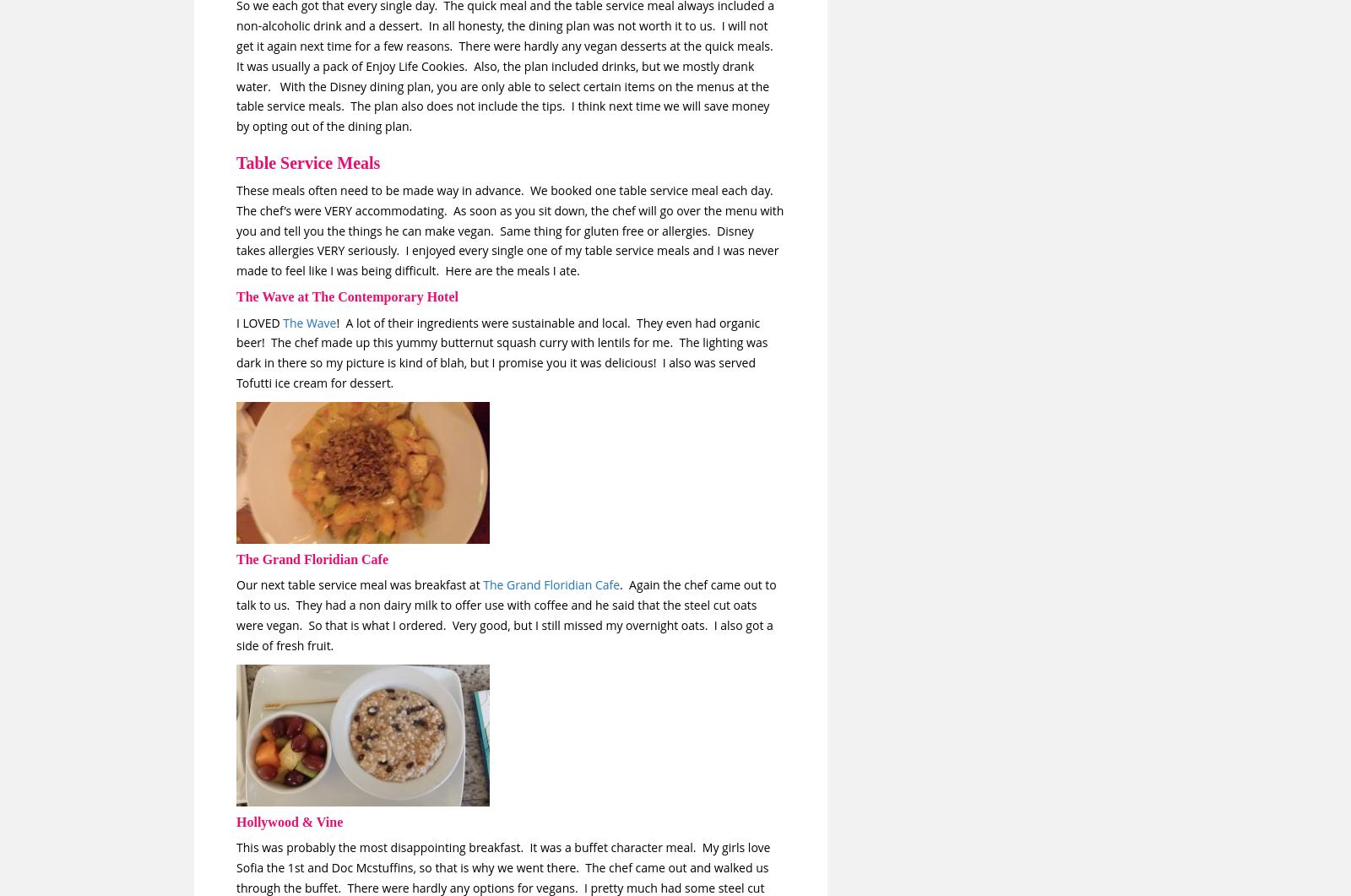 The width and height of the screenshot is (1351, 896). Describe the element at coordinates (510, 229) in the screenshot. I see `'These meals often need to be made way in advance.  We booked one table service meal each day.  The chef’s were VERY accommodating.  As soon as you sit down, the chef will go over the menu with you and tell you the things he can make vegan.  Same thing for gluten free or allergies.  Disney takes allergies VERY seriously.  I enjoyed every single one of my table service meals and I was never made to feel like I was being difficult.  Here are the meals I ate.'` at that location.